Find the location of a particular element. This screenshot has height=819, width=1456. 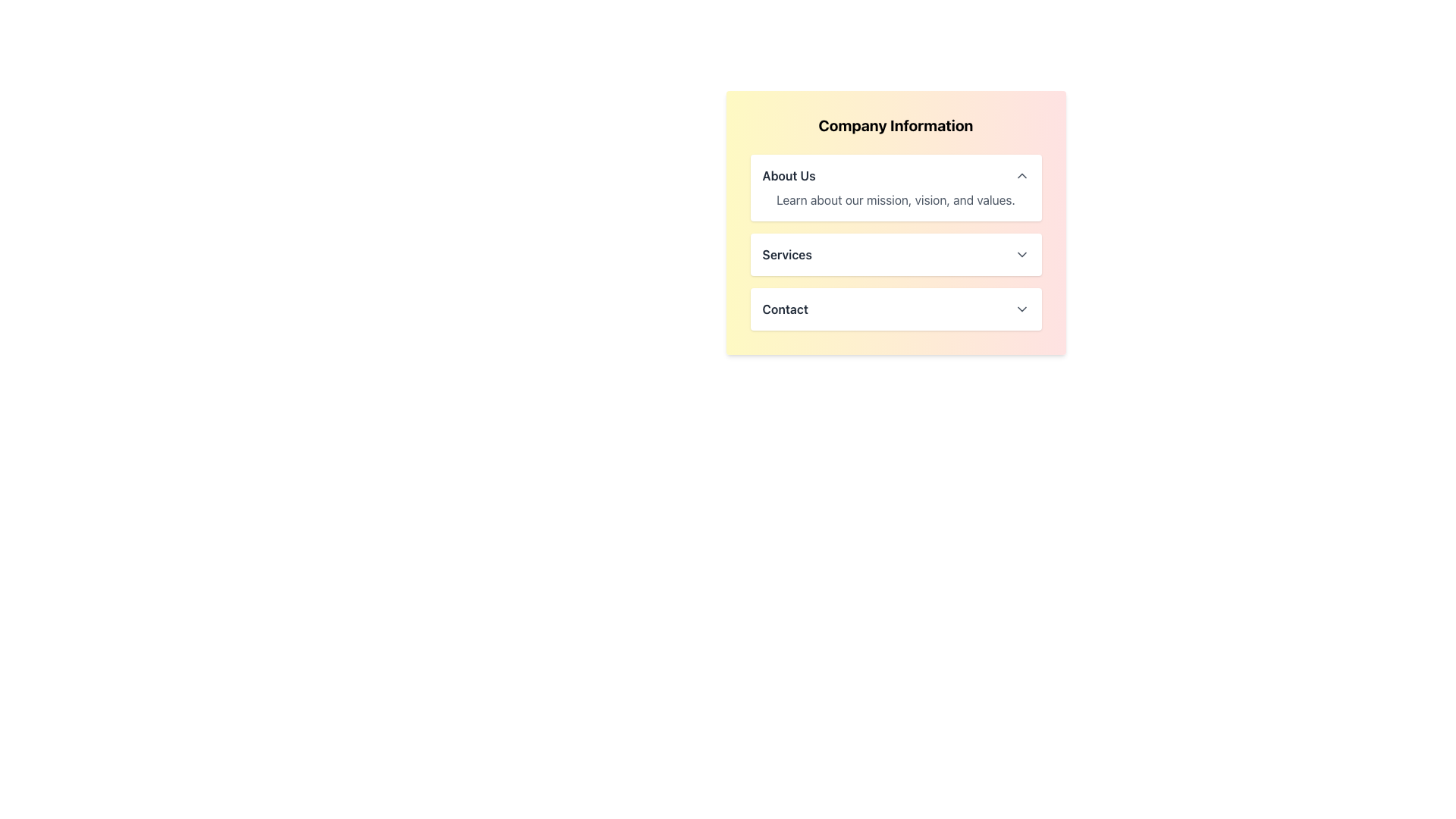

the Chevron icon located to the right of the 'About Us' header is located at coordinates (1021, 174).